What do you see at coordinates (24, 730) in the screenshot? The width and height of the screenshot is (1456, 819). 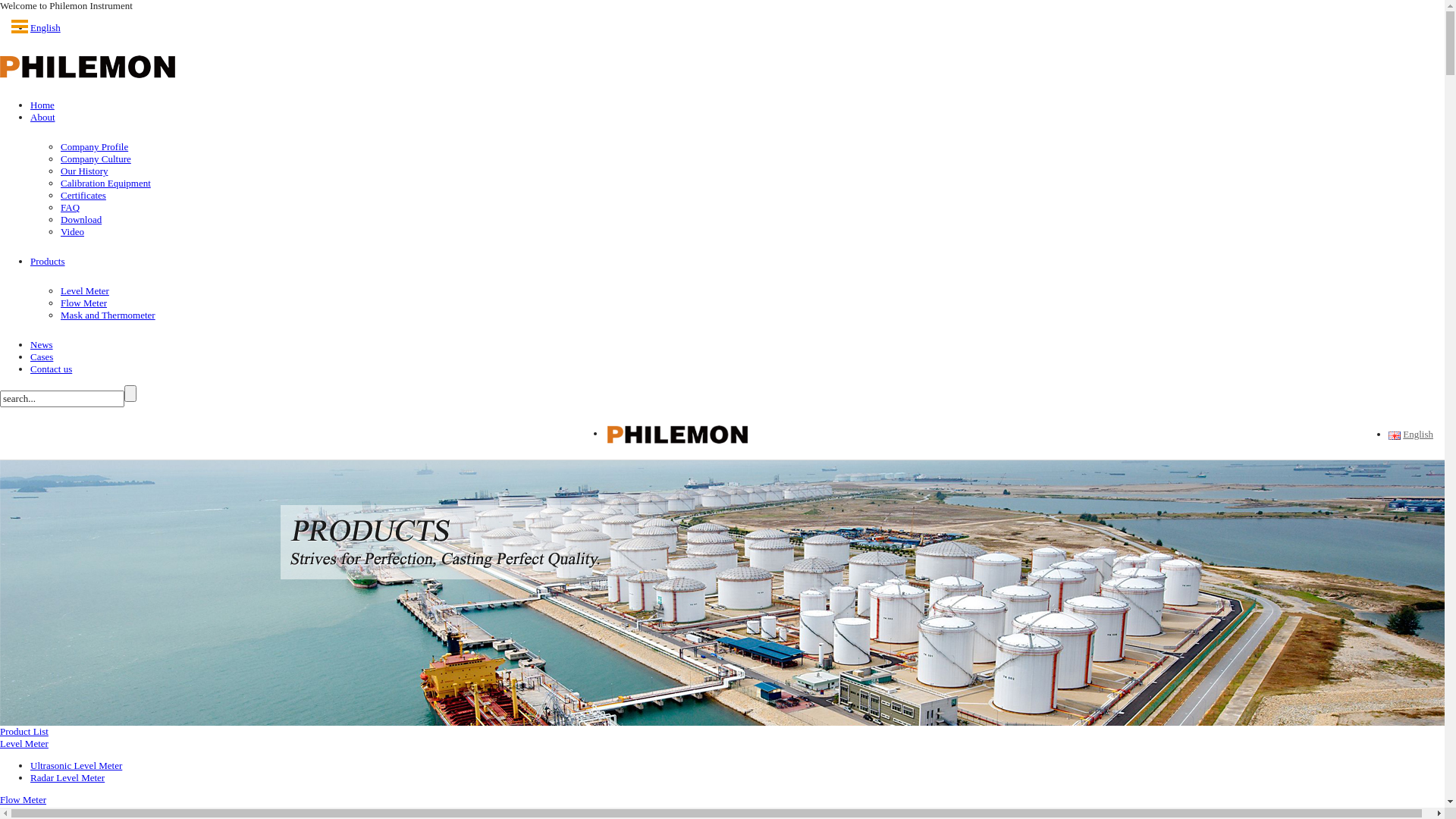 I see `'Product List'` at bounding box center [24, 730].